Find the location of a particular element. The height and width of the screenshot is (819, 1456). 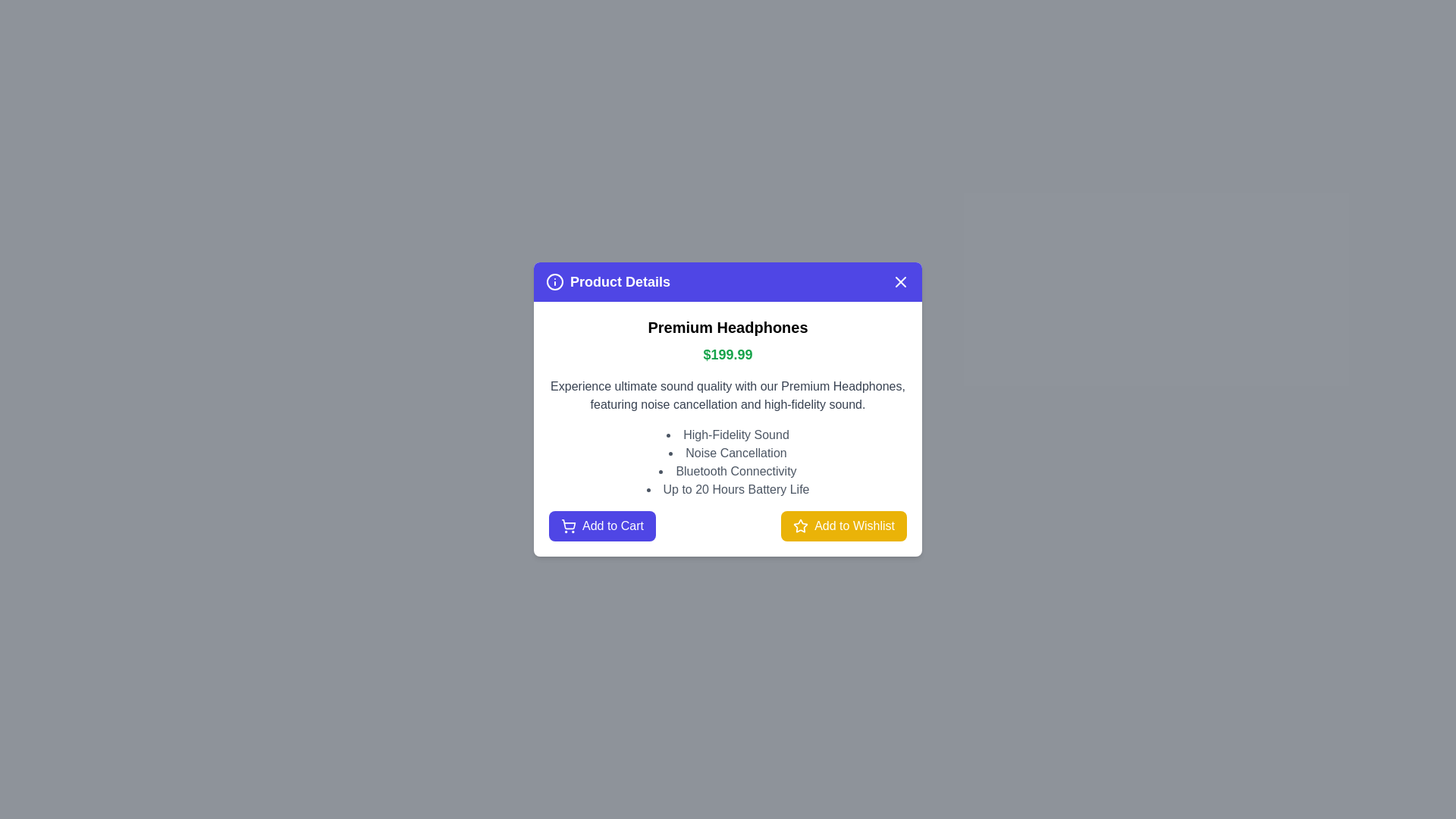

the 'Add to Wishlist' button is located at coordinates (843, 526).